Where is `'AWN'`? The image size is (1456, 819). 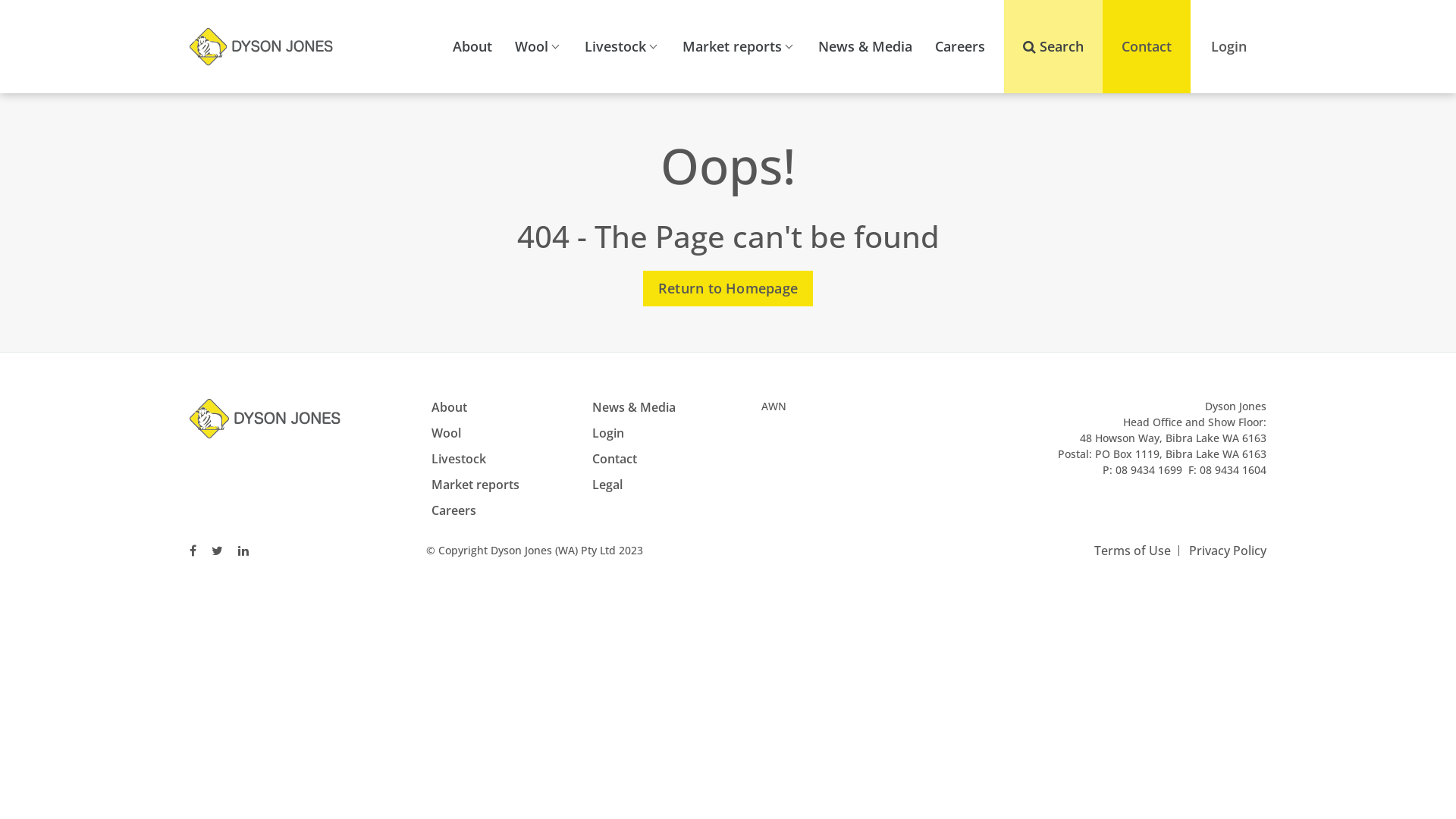
'AWN' is located at coordinates (773, 405).